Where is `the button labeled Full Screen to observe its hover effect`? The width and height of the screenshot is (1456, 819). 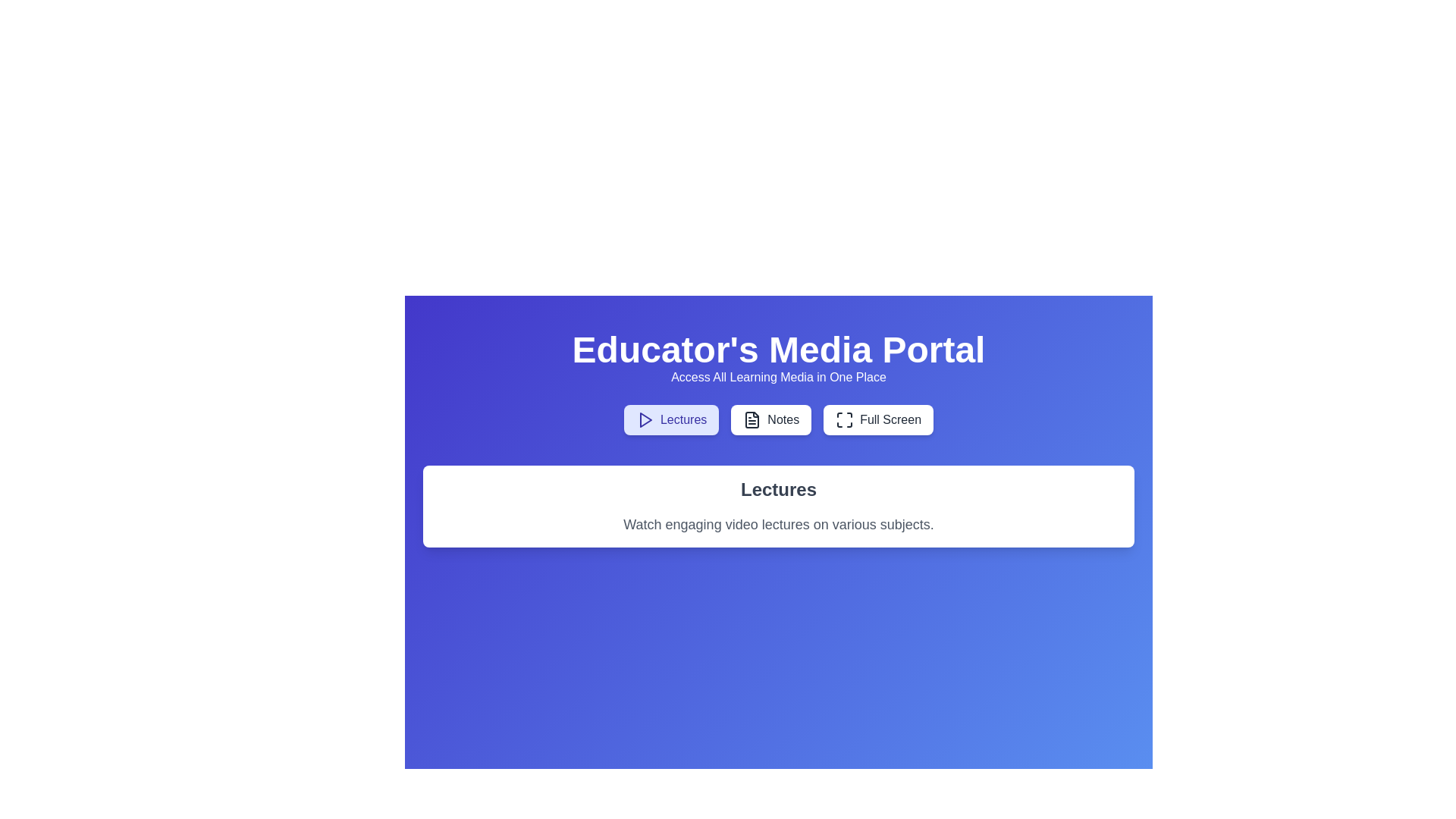 the button labeled Full Screen to observe its hover effect is located at coordinates (878, 420).